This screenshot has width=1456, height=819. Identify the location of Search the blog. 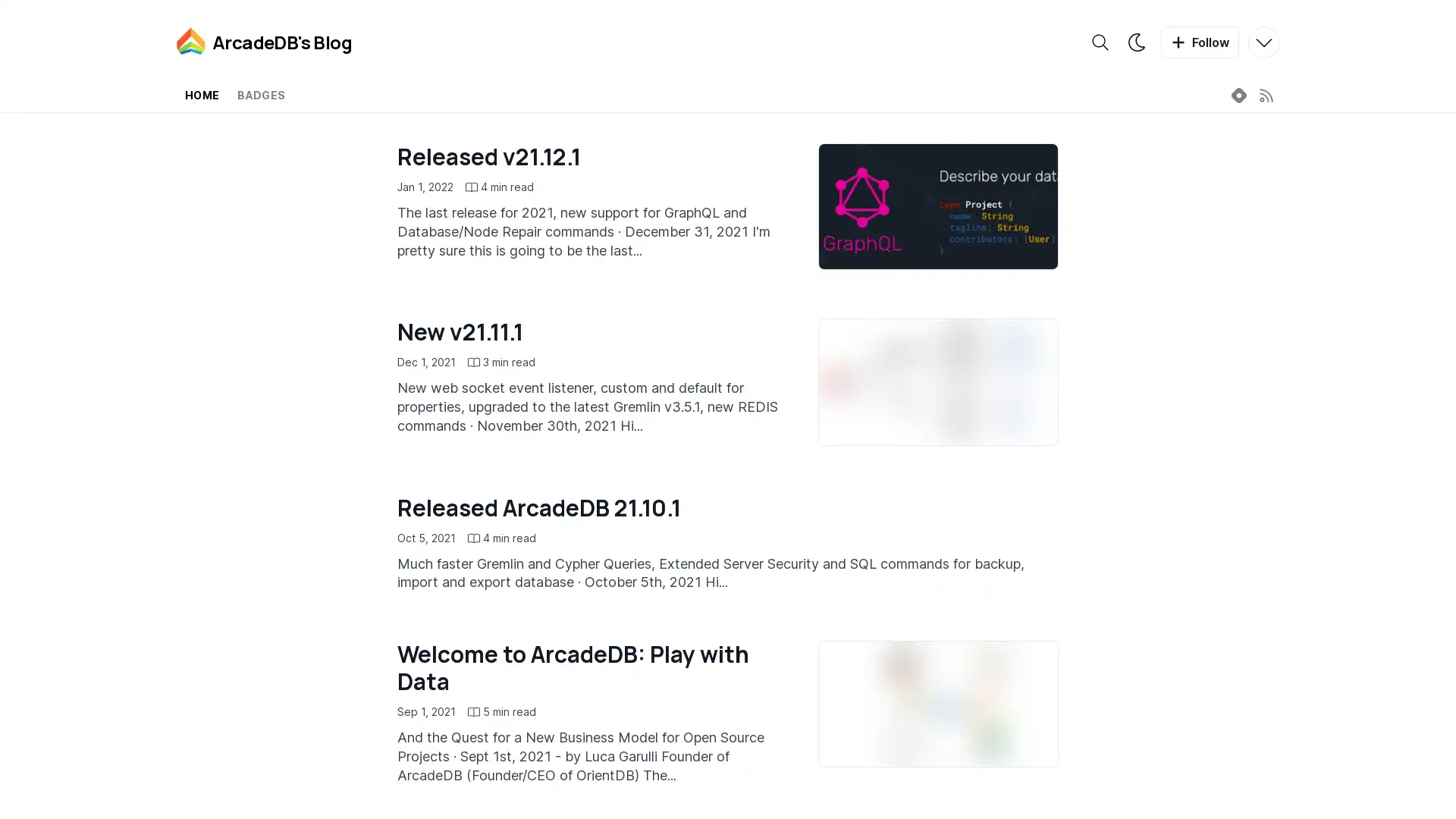
(1100, 42).